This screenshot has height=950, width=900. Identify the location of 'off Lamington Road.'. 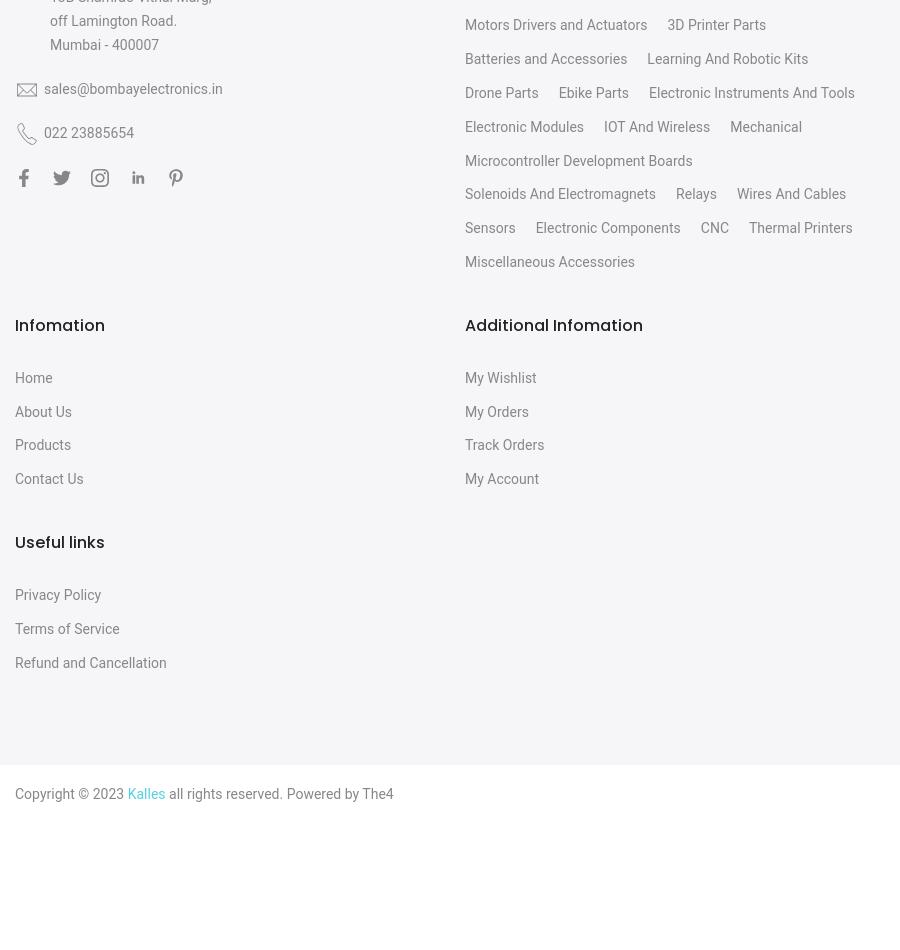
(113, 20).